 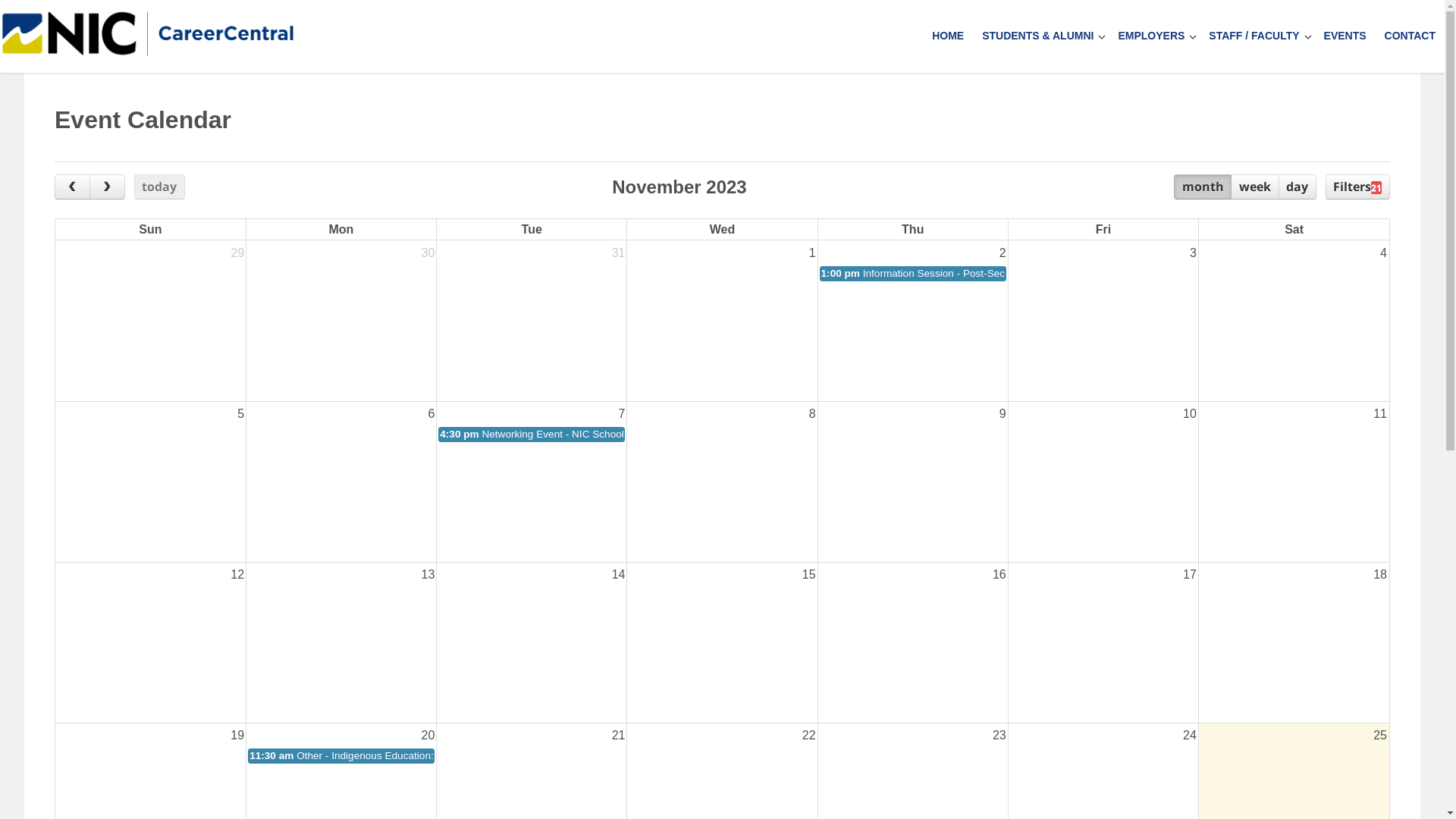 What do you see at coordinates (946, 35) in the screenshot?
I see `'HOME'` at bounding box center [946, 35].